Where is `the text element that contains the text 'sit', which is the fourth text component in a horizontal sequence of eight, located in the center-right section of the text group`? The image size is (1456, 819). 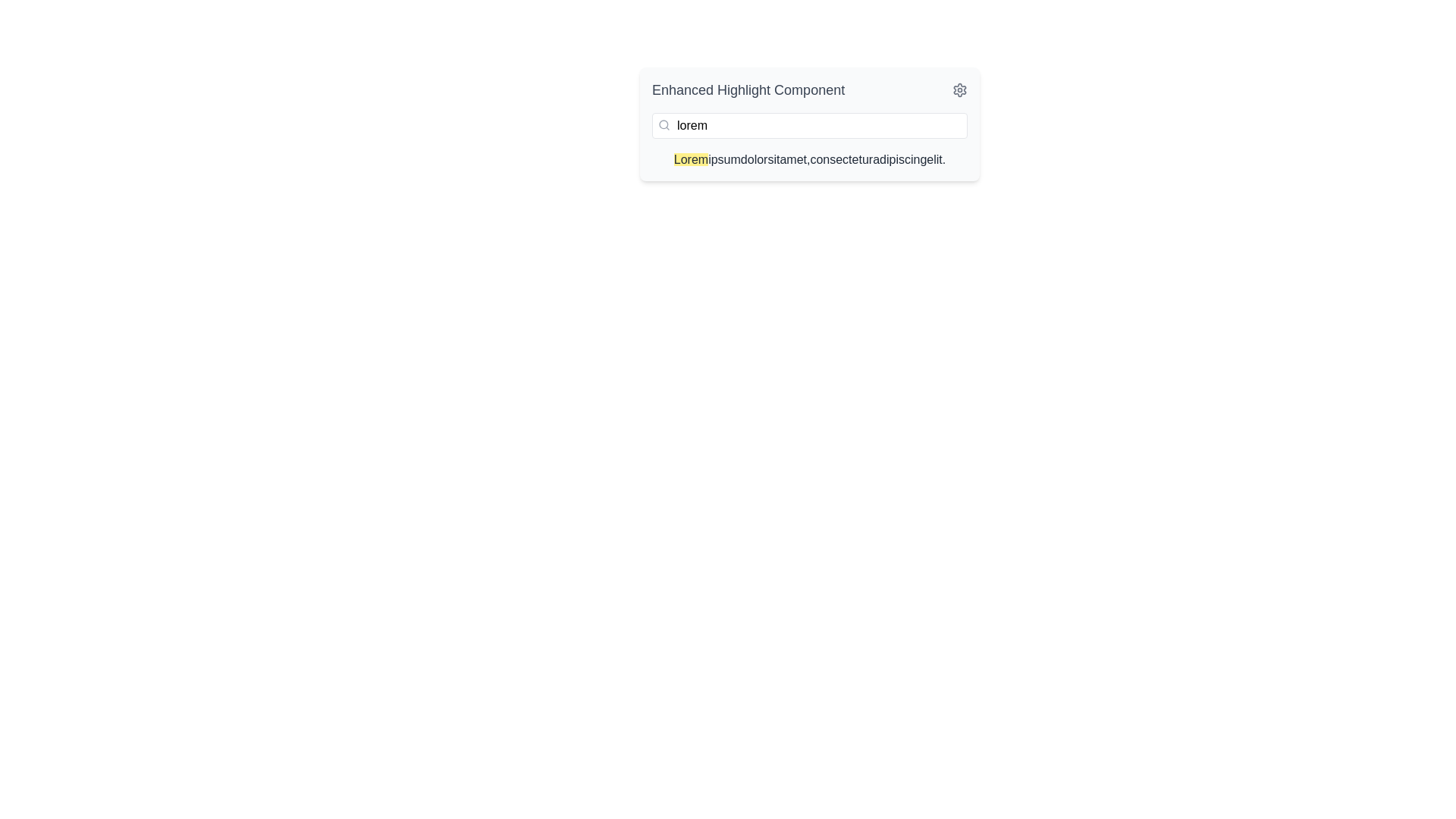
the text element that contains the text 'sit', which is the fourth text component in a horizontal sequence of eight, located in the center-right section of the text group is located at coordinates (773, 159).